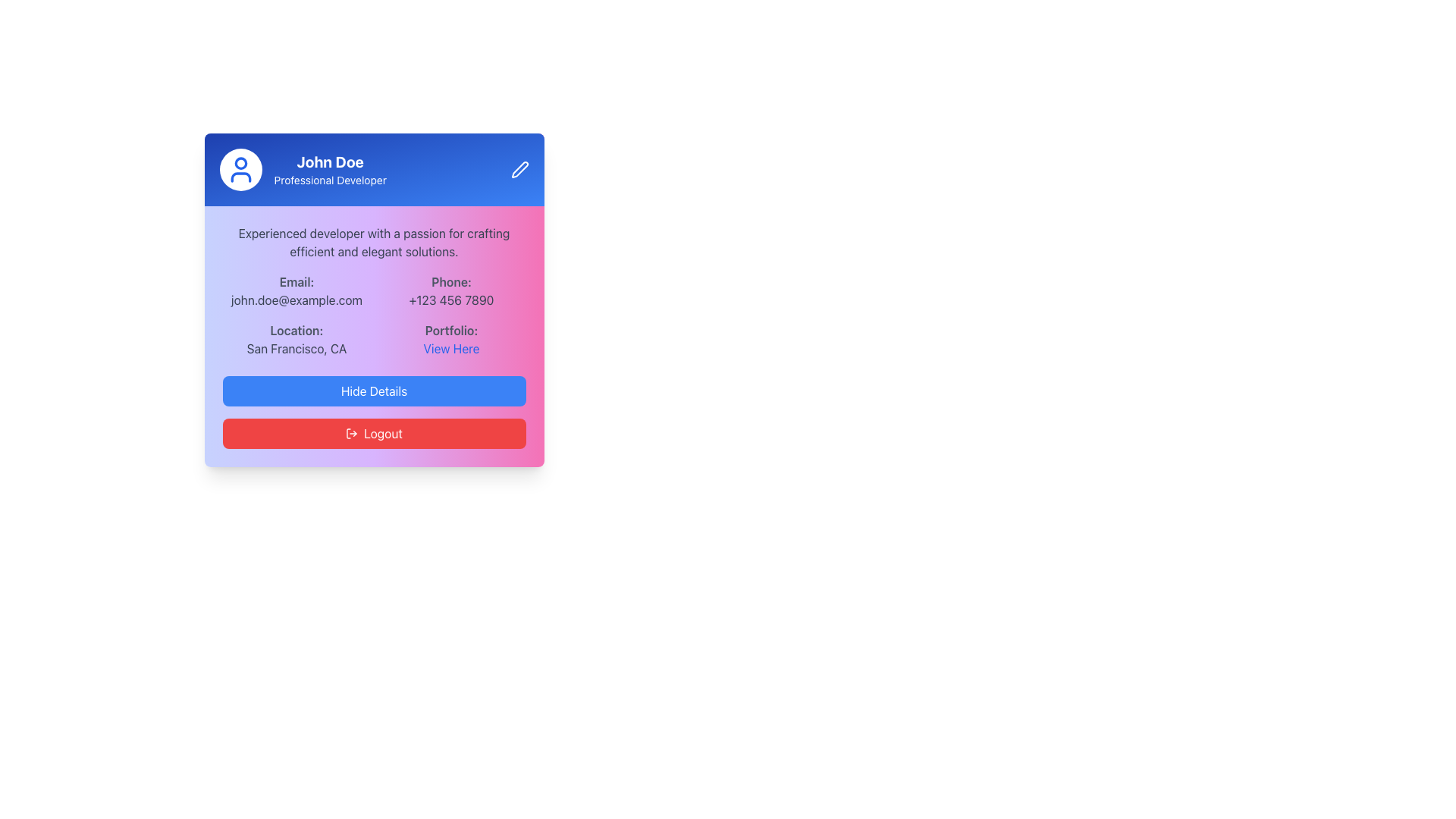  Describe the element at coordinates (329, 180) in the screenshot. I see `descriptor text for the individual named 'John Doe', located beneath their title in the blue header section of the card` at that location.